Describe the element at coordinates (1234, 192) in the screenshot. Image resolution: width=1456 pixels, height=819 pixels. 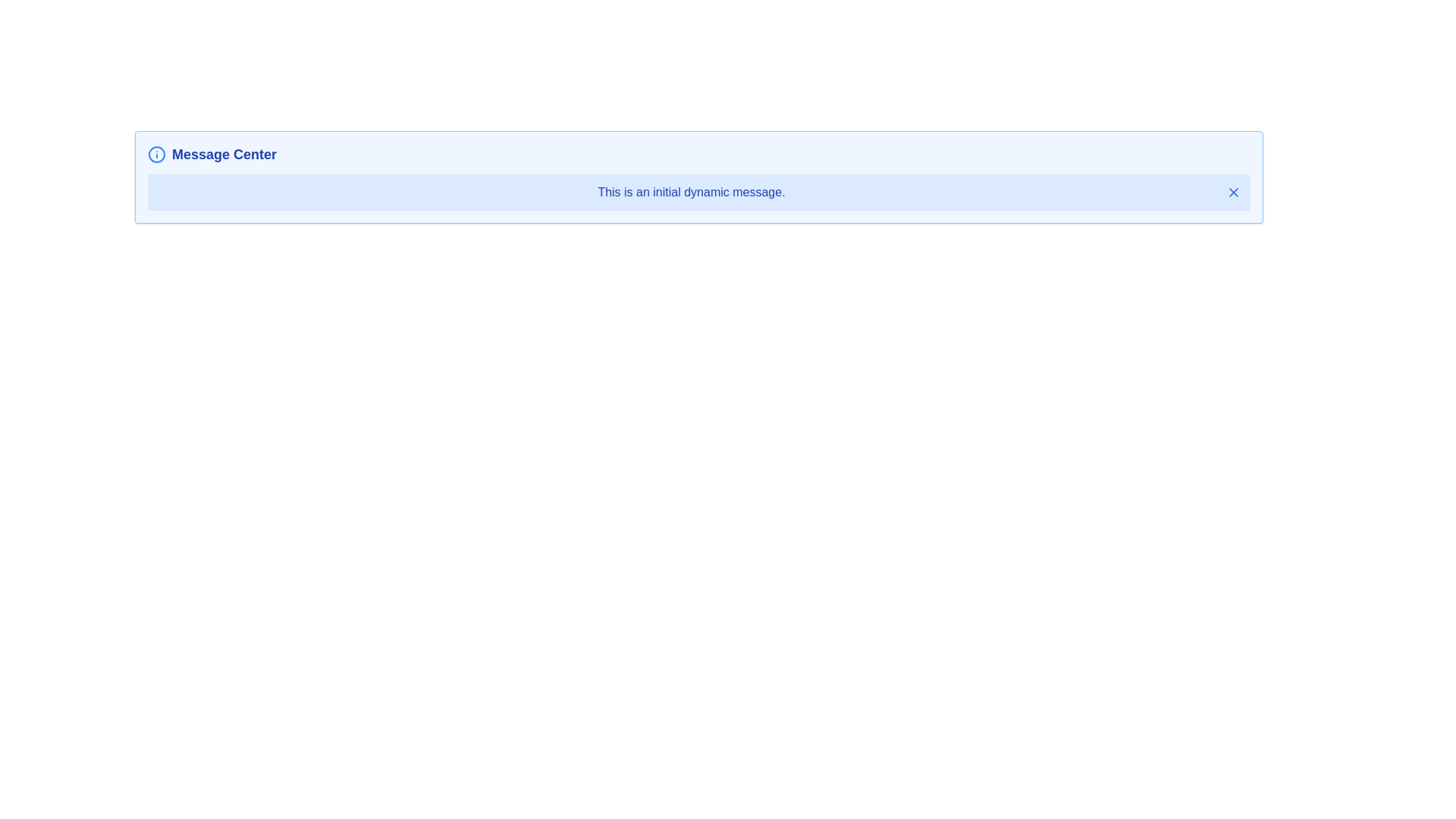
I see `the dismiss button on the right side of the message box` at that location.